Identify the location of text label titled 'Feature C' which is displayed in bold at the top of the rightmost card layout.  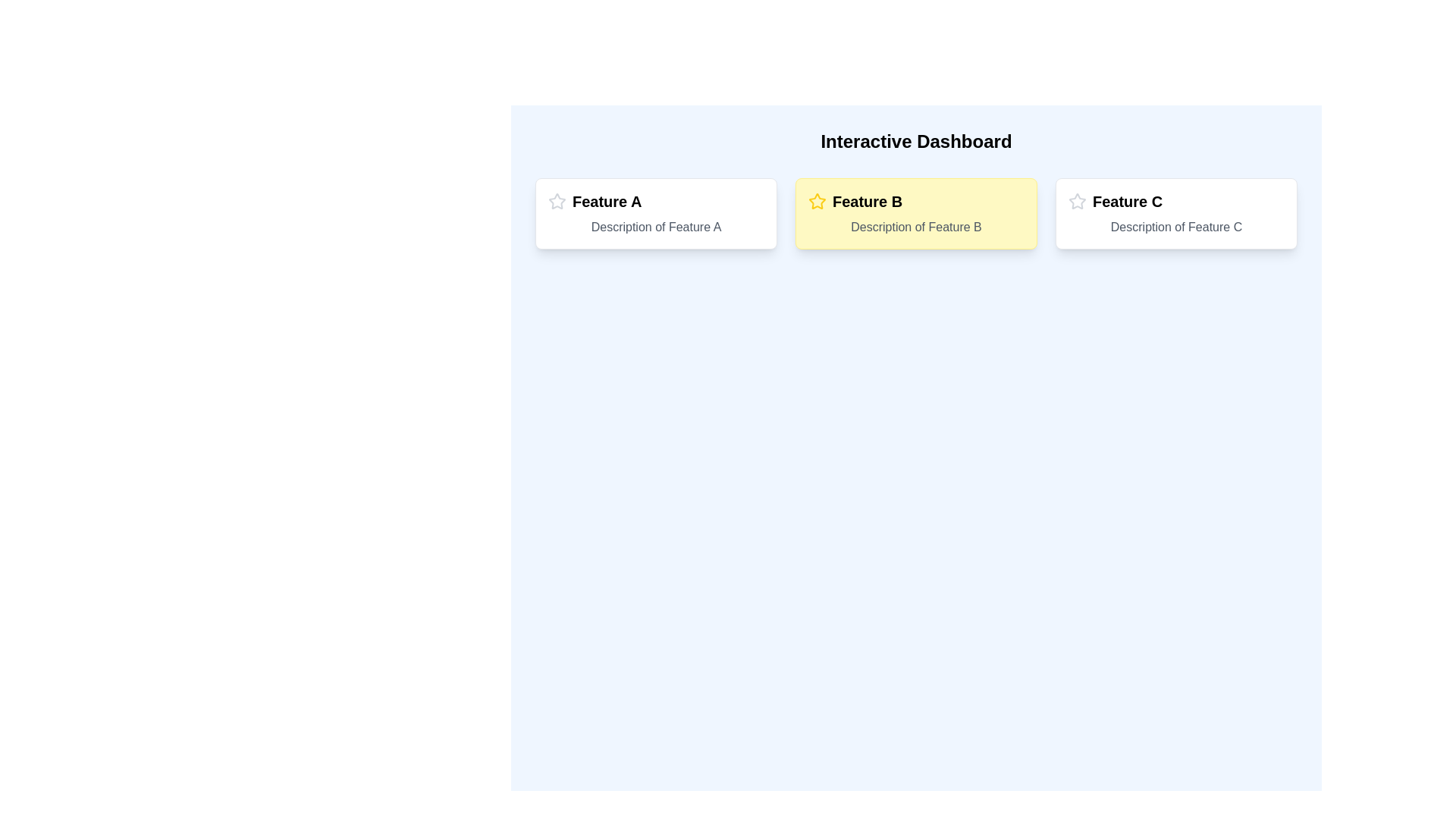
(1128, 201).